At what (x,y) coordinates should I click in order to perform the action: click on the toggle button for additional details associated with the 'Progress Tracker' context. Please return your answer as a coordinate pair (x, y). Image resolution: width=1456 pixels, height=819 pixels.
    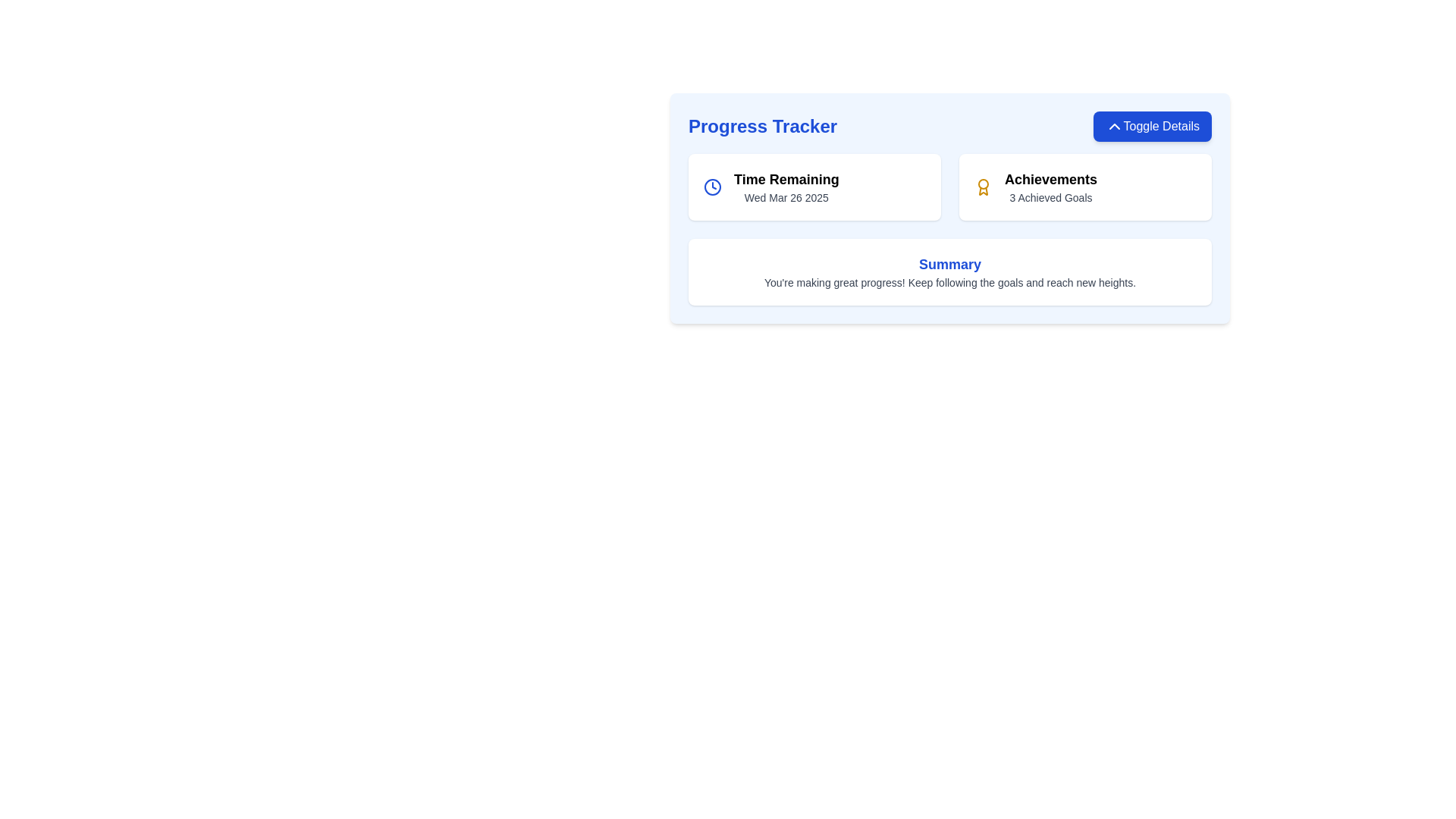
    Looking at the image, I should click on (1152, 125).